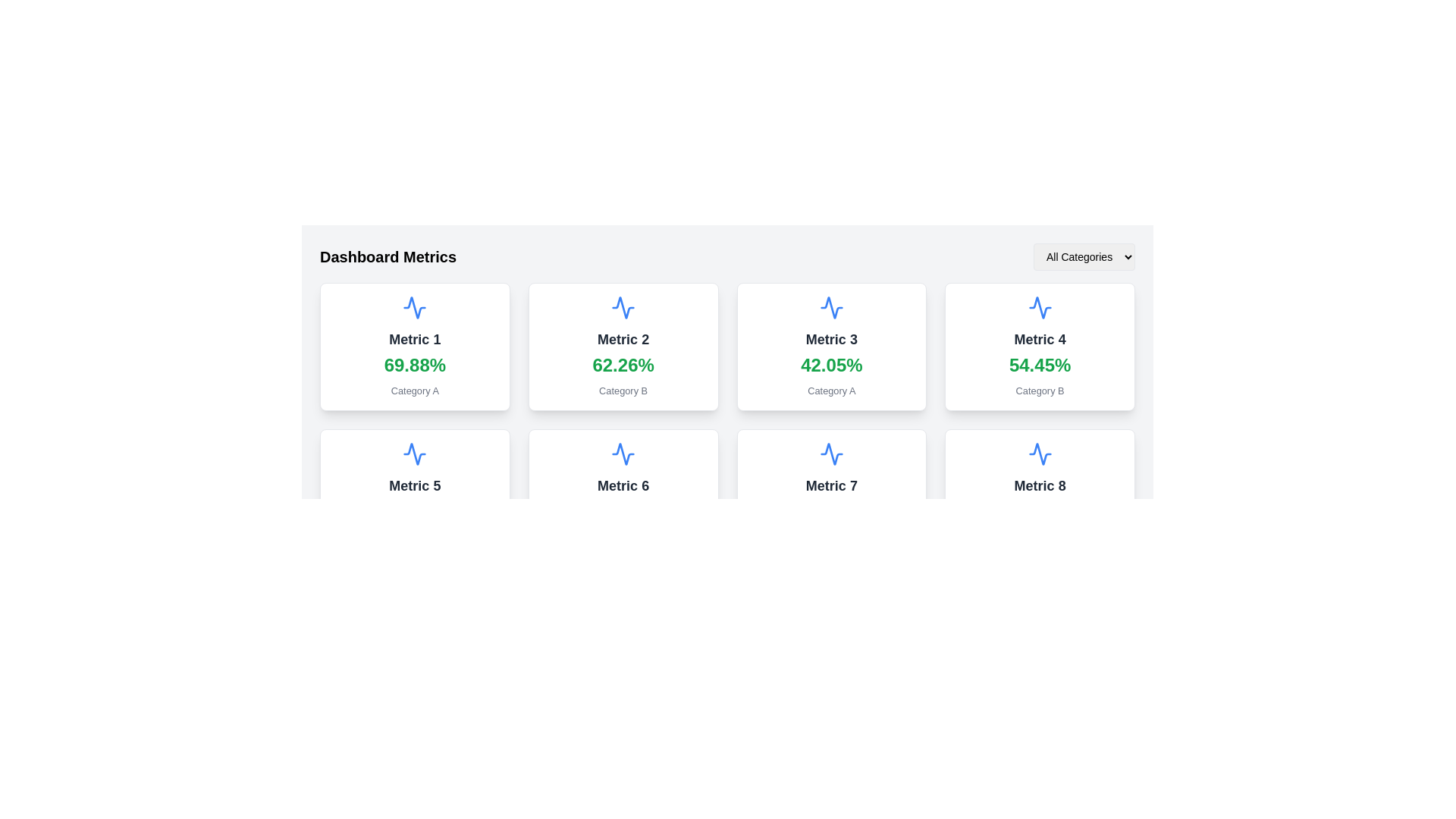 Image resolution: width=1456 pixels, height=819 pixels. I want to click on the waveform icon with a blue stroke located at the center-top of the 'Metric 3' card in the second row and third column of the grid layout, so click(830, 307).